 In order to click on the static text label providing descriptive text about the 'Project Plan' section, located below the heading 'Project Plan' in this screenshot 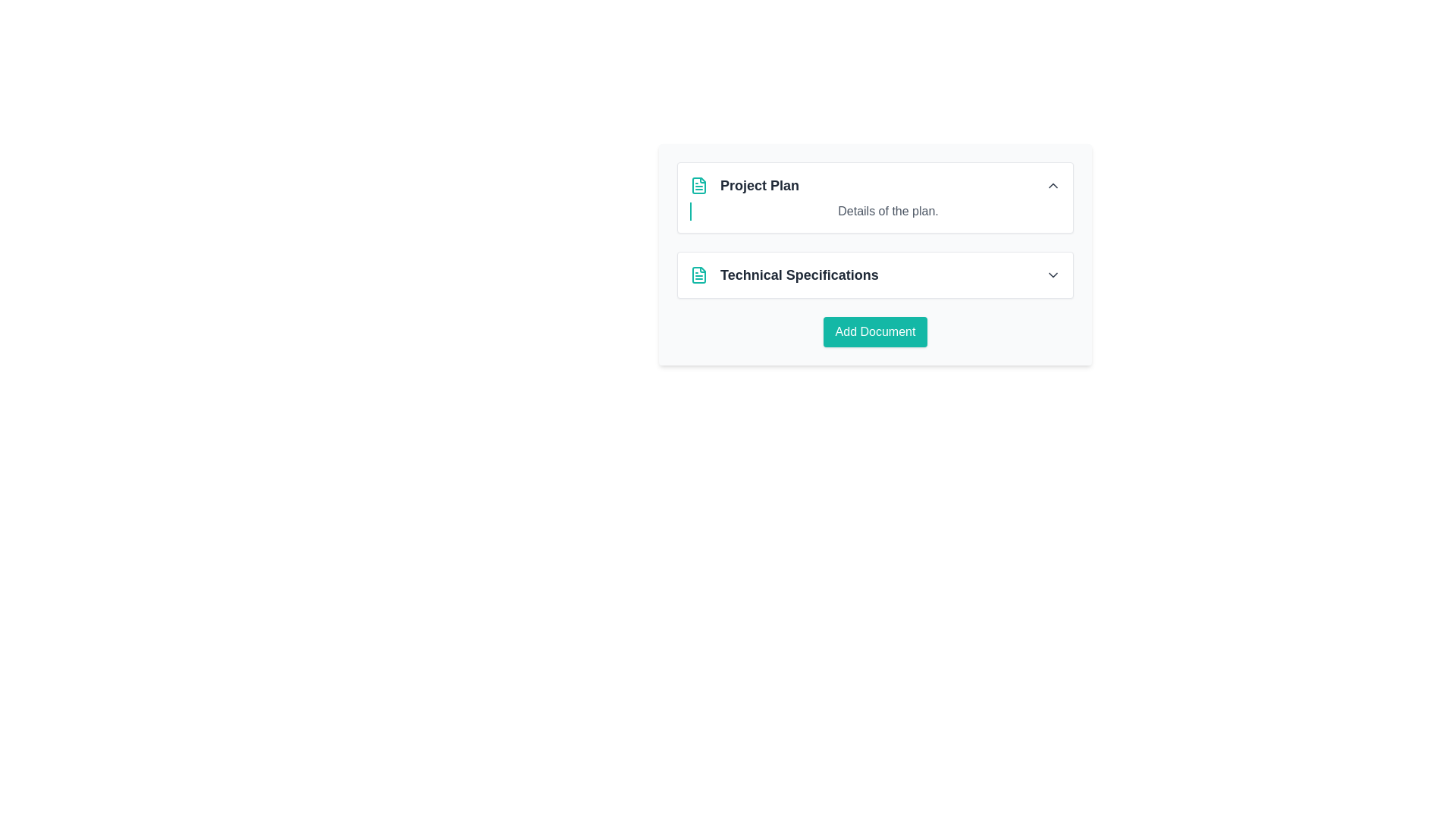, I will do `click(888, 211)`.